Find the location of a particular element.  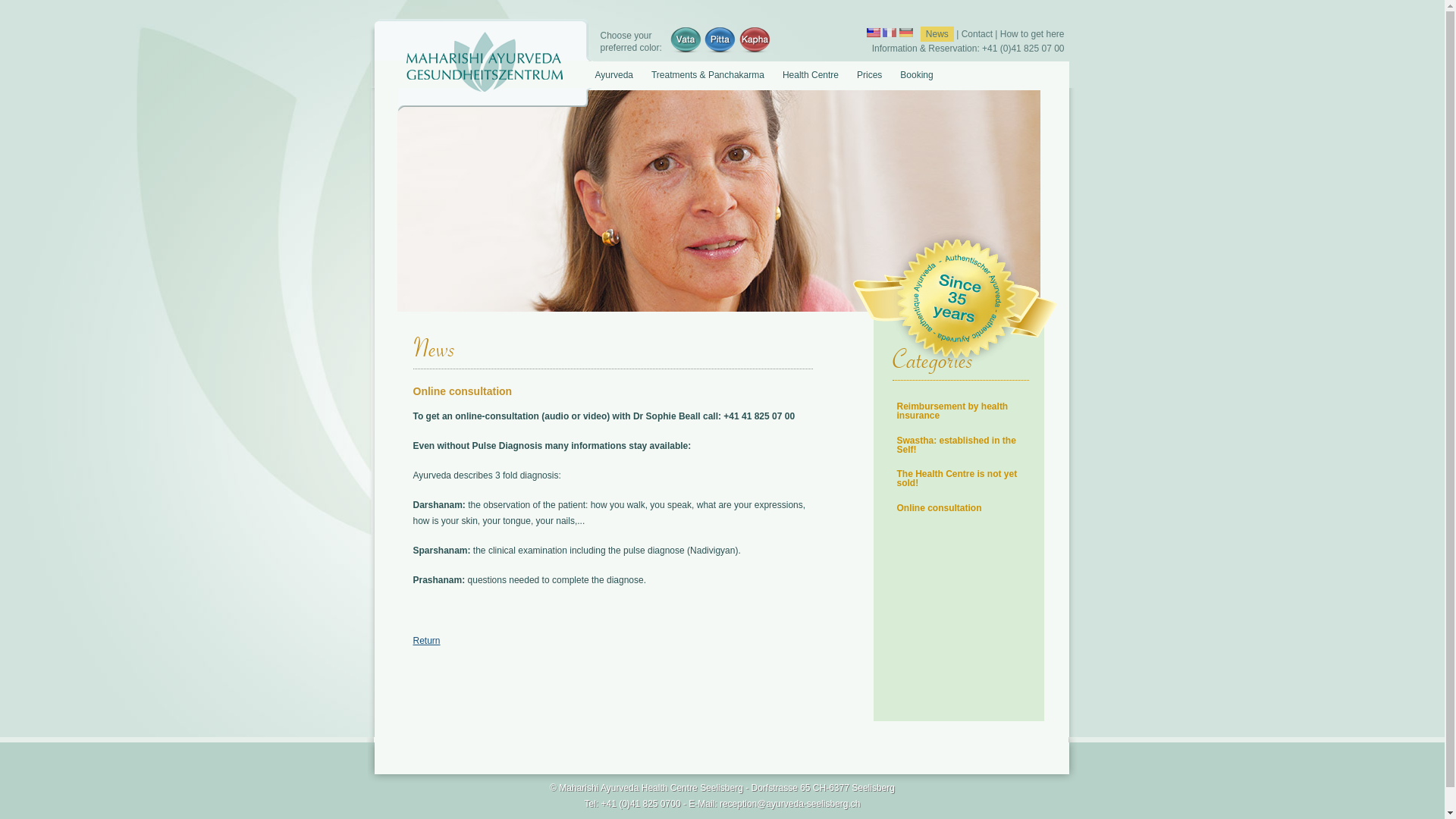

'Swastha: established in the Self!' is located at coordinates (955, 444).